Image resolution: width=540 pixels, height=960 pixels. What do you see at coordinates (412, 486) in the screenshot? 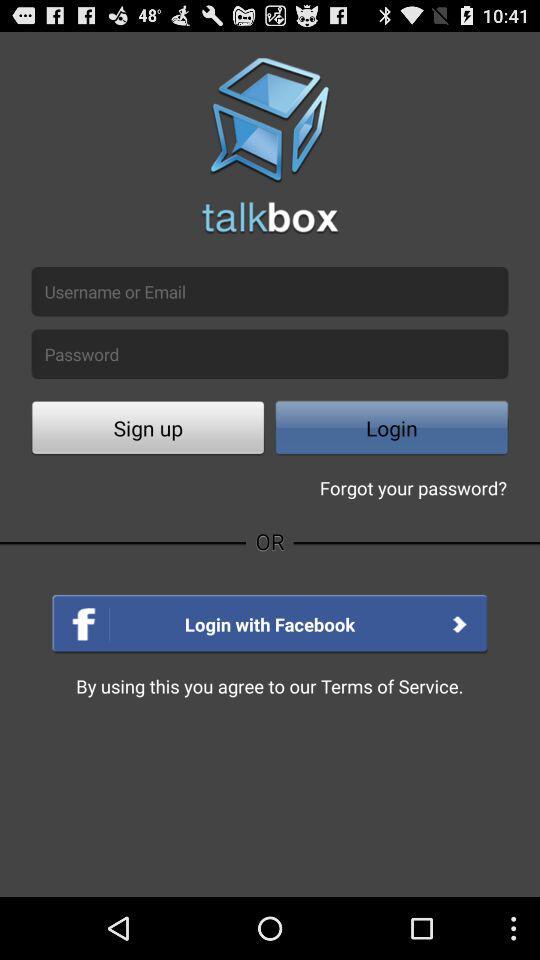
I see `forgot your password? icon` at bounding box center [412, 486].